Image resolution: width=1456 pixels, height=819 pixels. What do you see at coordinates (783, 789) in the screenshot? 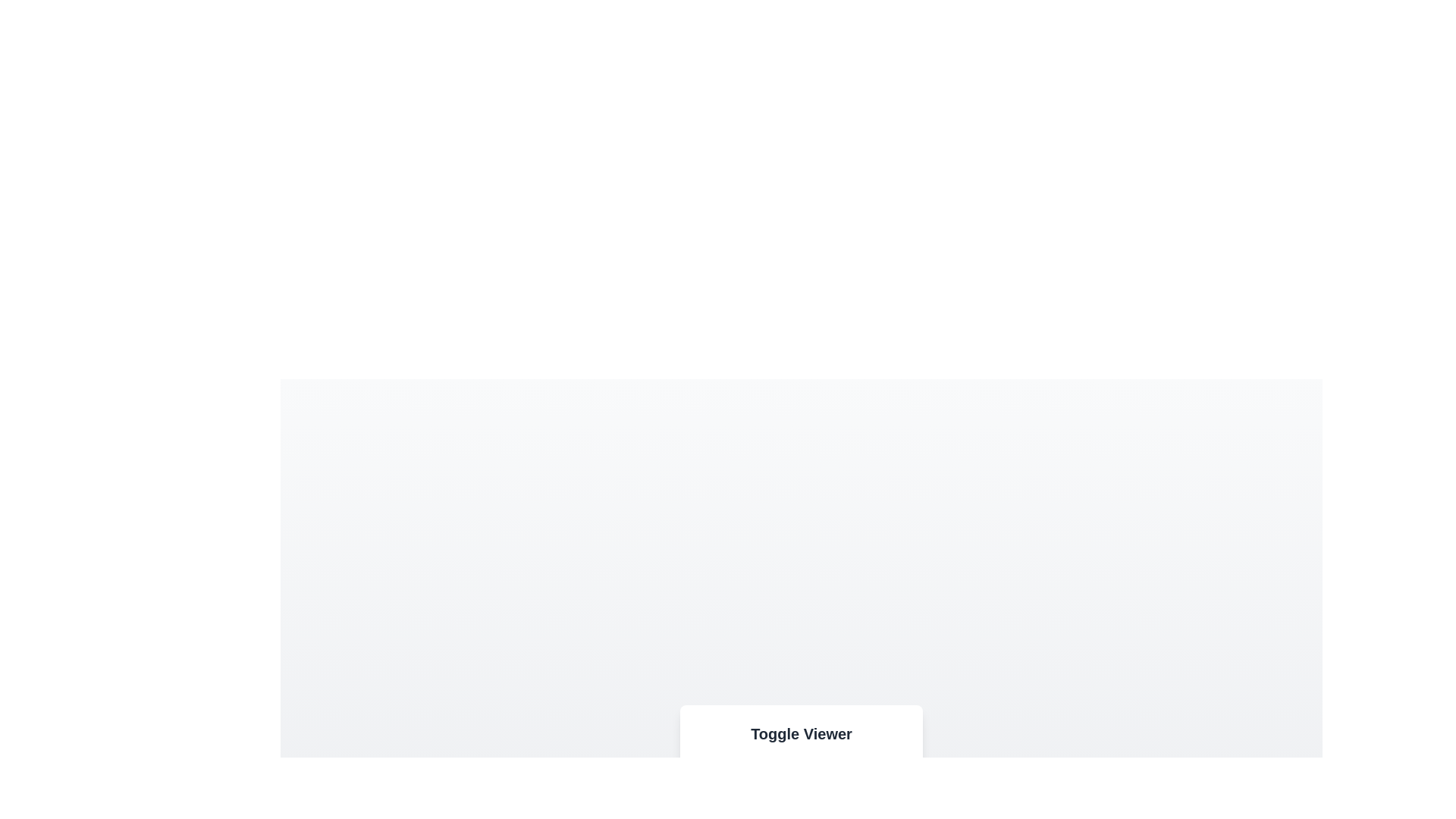
I see `the Video button to select it` at bounding box center [783, 789].